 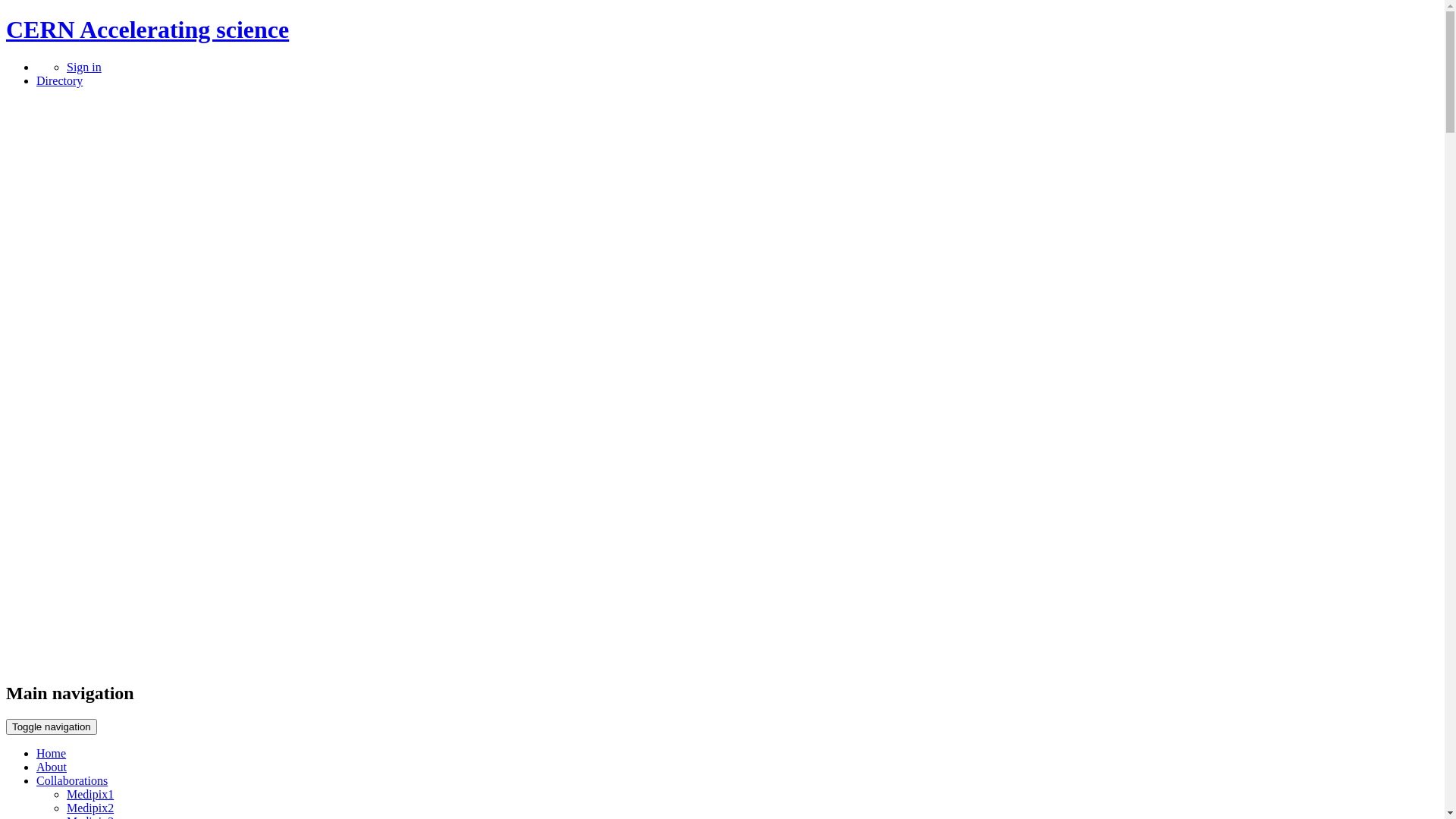 I want to click on 'Medipix1', so click(x=89, y=793).